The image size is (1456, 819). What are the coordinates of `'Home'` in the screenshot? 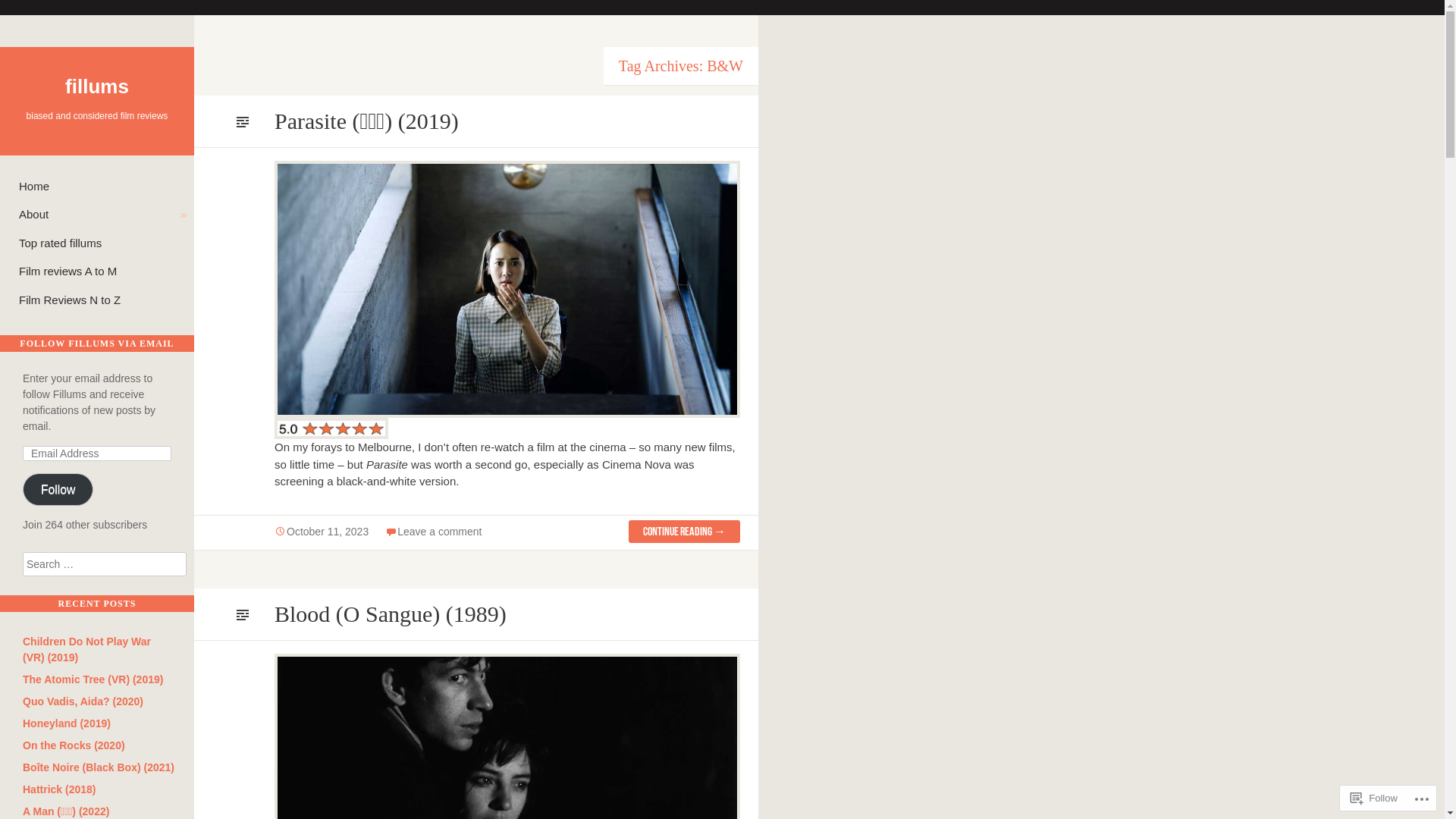 It's located at (102, 186).